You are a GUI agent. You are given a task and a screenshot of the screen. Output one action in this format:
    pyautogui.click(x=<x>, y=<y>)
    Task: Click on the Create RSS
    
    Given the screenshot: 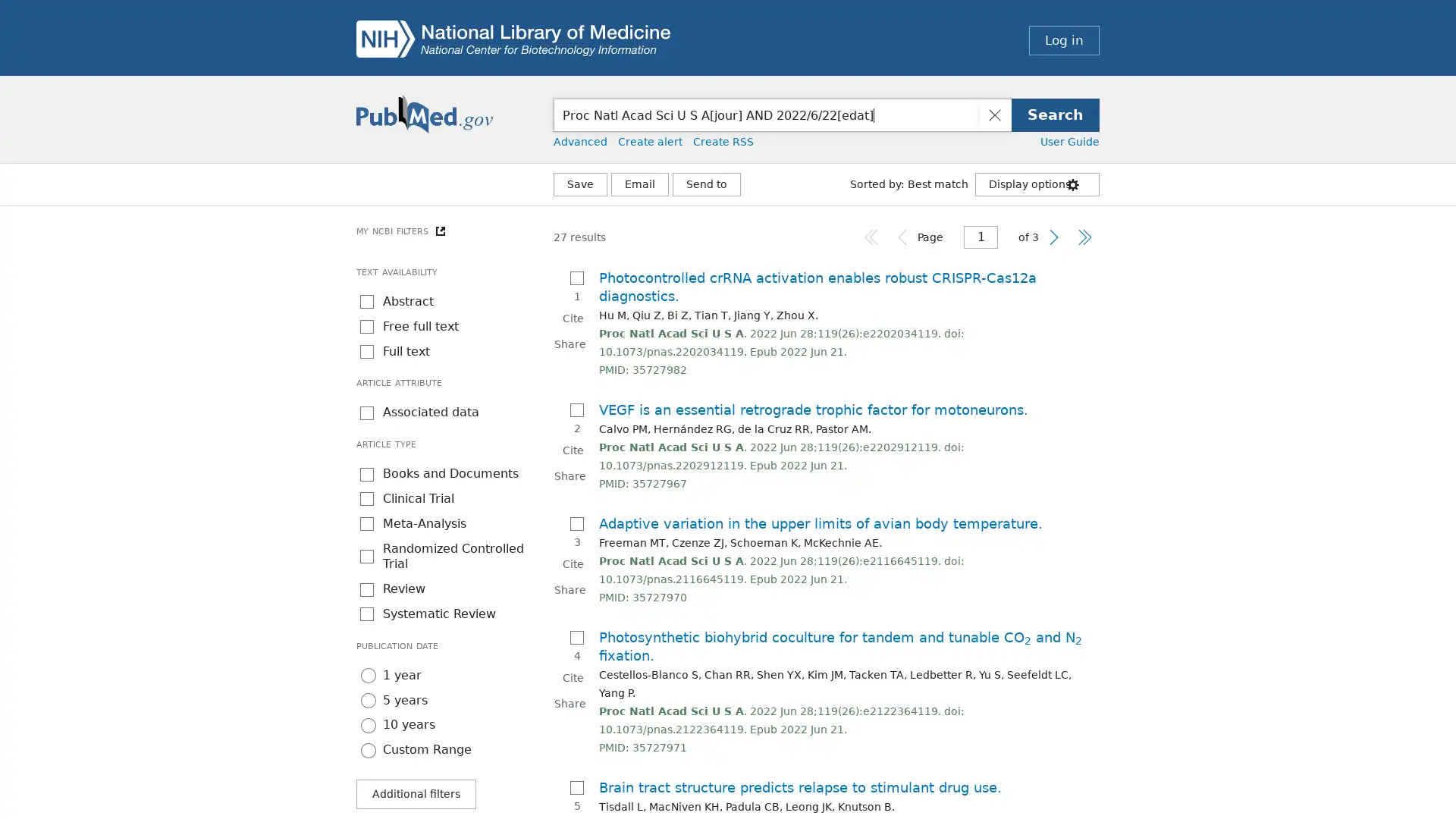 What is the action you would take?
    pyautogui.click(x=723, y=141)
    